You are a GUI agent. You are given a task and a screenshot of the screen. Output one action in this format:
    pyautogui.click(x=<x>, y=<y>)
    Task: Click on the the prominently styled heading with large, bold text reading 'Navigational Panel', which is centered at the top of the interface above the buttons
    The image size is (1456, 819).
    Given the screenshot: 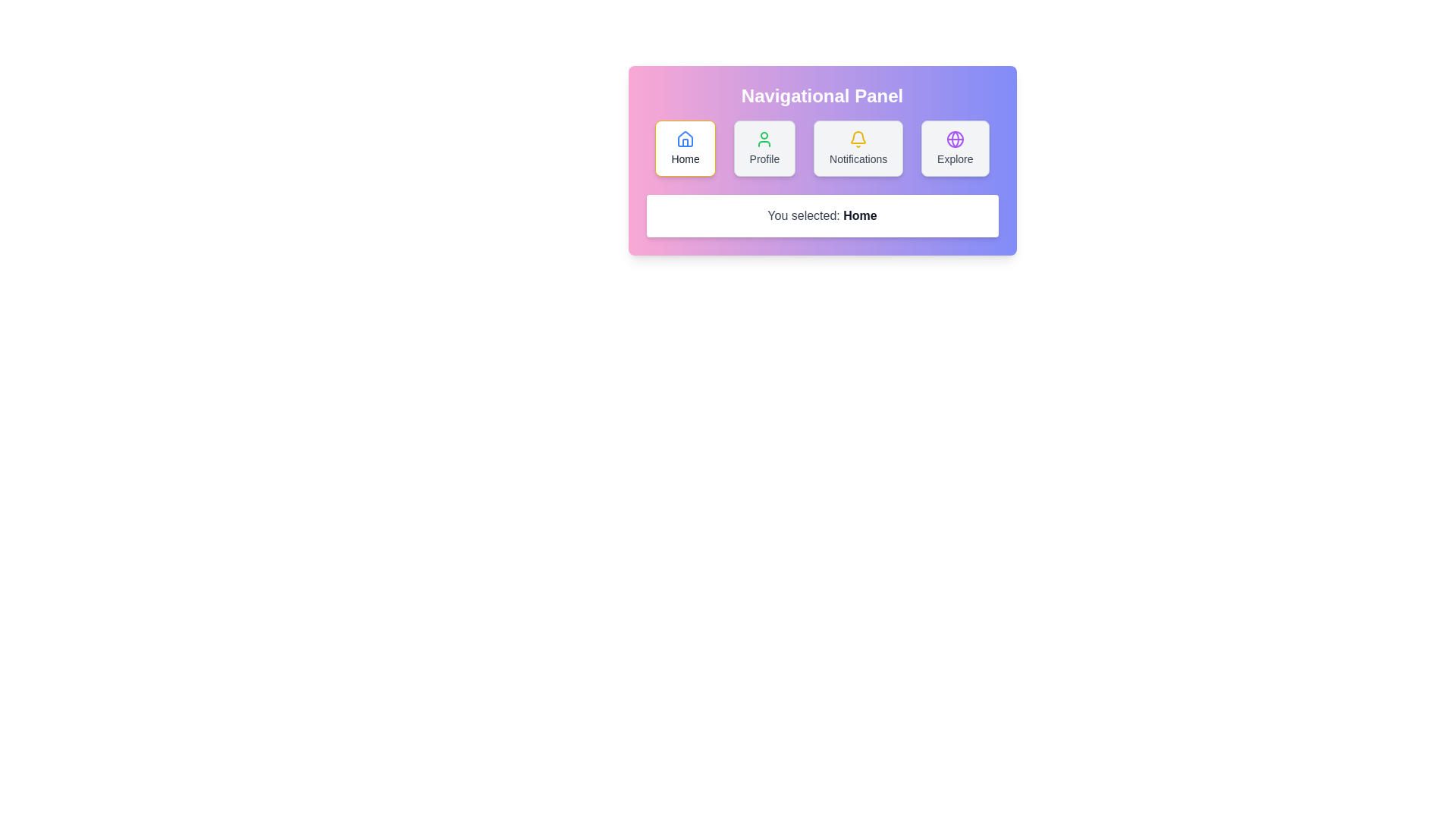 What is the action you would take?
    pyautogui.click(x=821, y=96)
    